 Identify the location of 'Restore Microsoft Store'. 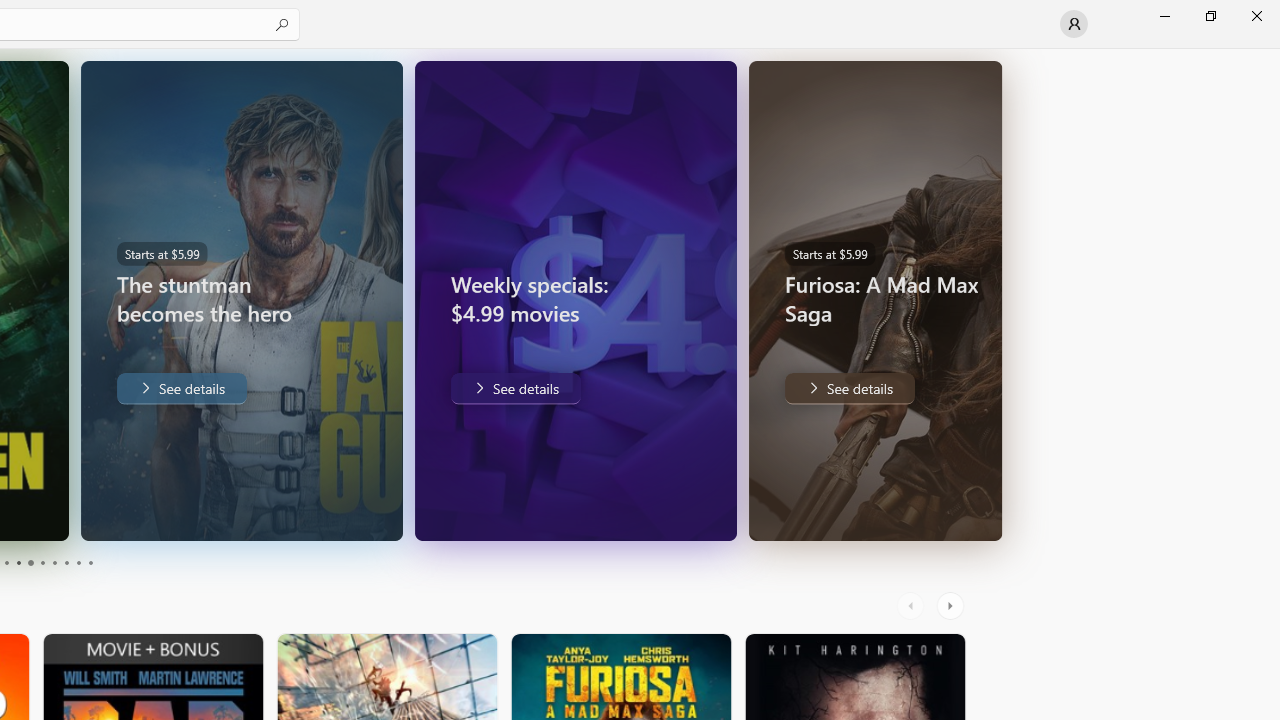
(1209, 15).